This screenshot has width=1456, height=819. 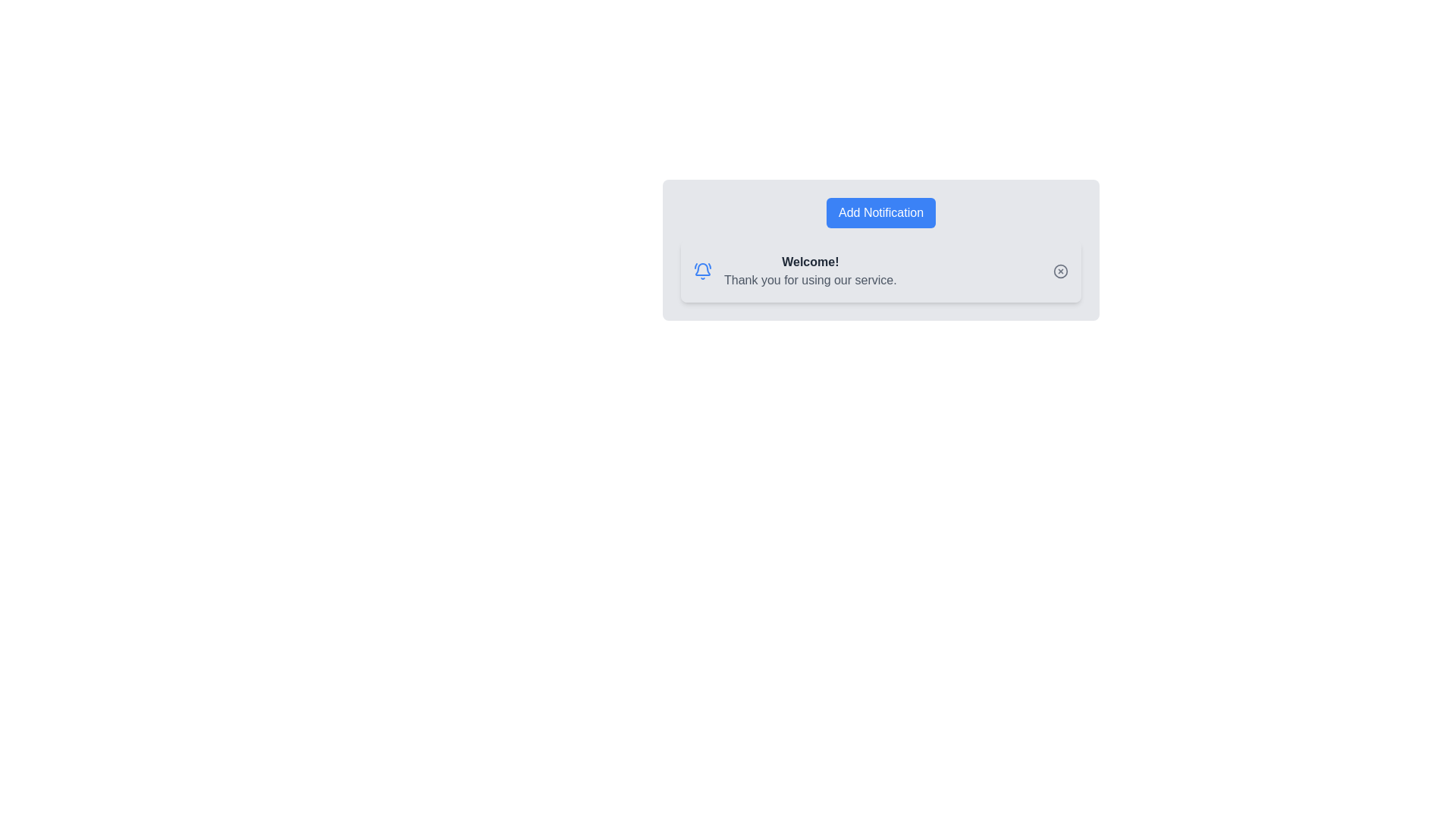 What do you see at coordinates (701, 268) in the screenshot?
I see `the notification icon (SVG) that serves as a visual cue for alerts, centrally located within the notification panel` at bounding box center [701, 268].